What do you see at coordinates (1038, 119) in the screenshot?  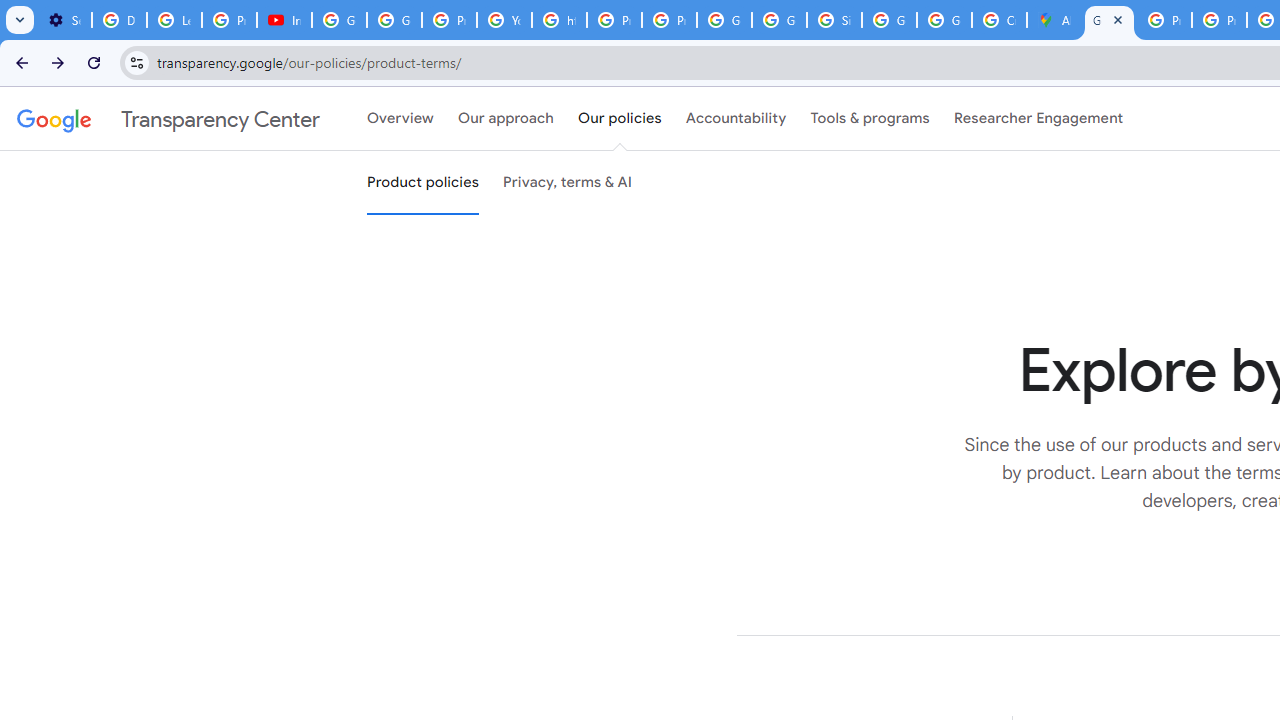 I see `'Researcher Engagement'` at bounding box center [1038, 119].